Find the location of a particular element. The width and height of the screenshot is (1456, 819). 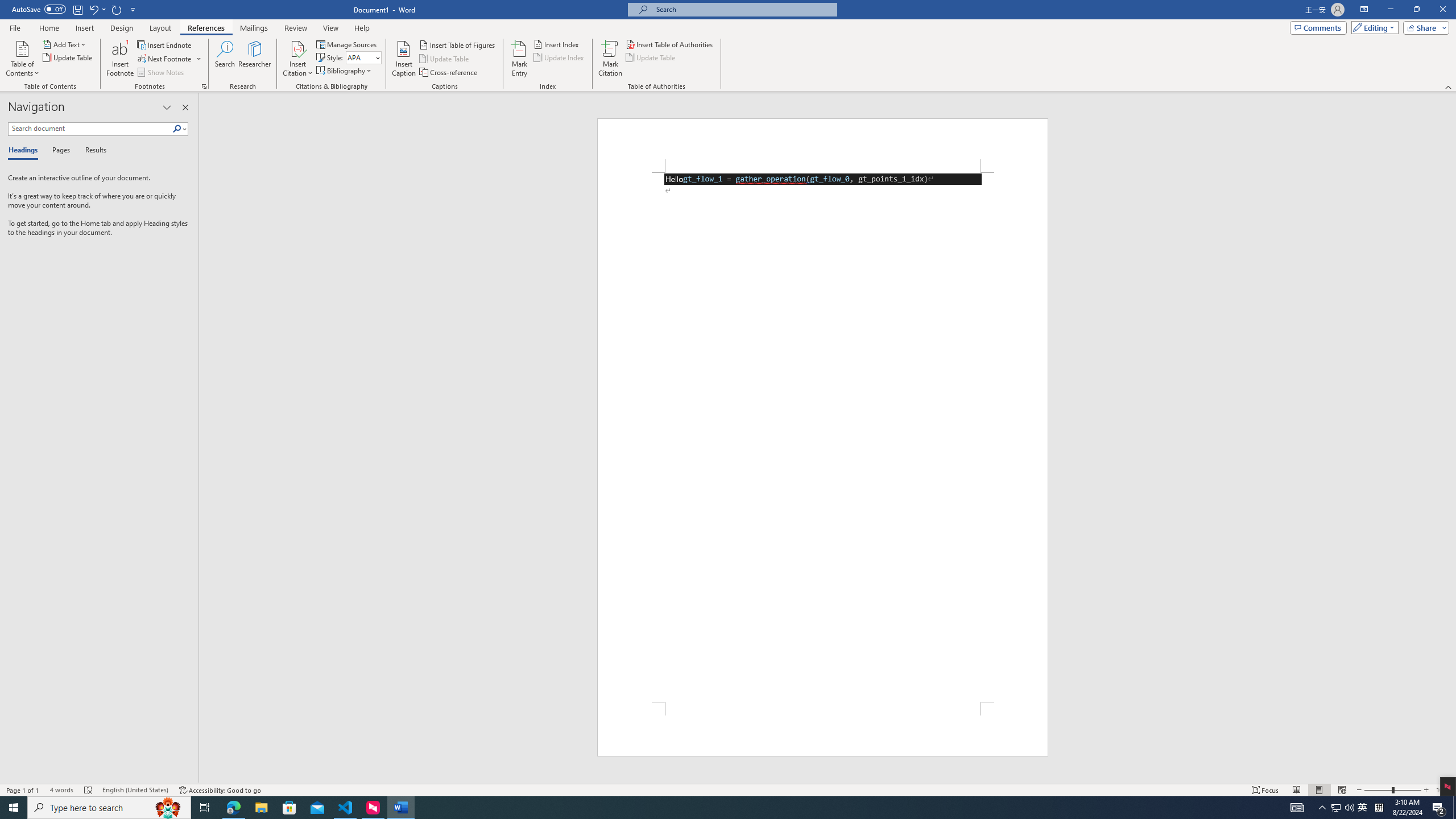

'Table of Contents' is located at coordinates (22, 59).